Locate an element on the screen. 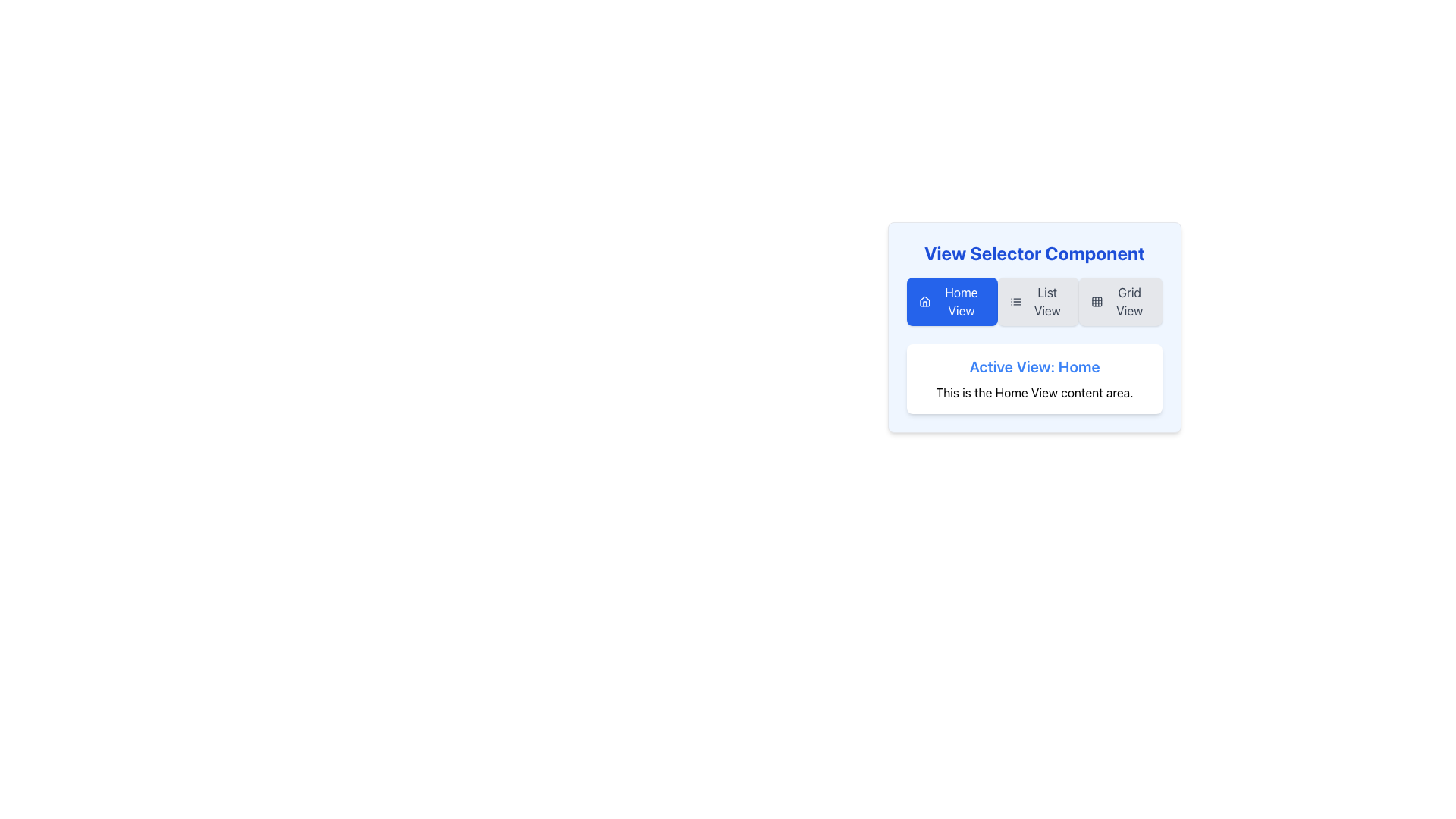 The image size is (1456, 819). the house icon located within the blue rectangular button labeled 'Home View' in the 'View Selector Component' UI is located at coordinates (924, 301).